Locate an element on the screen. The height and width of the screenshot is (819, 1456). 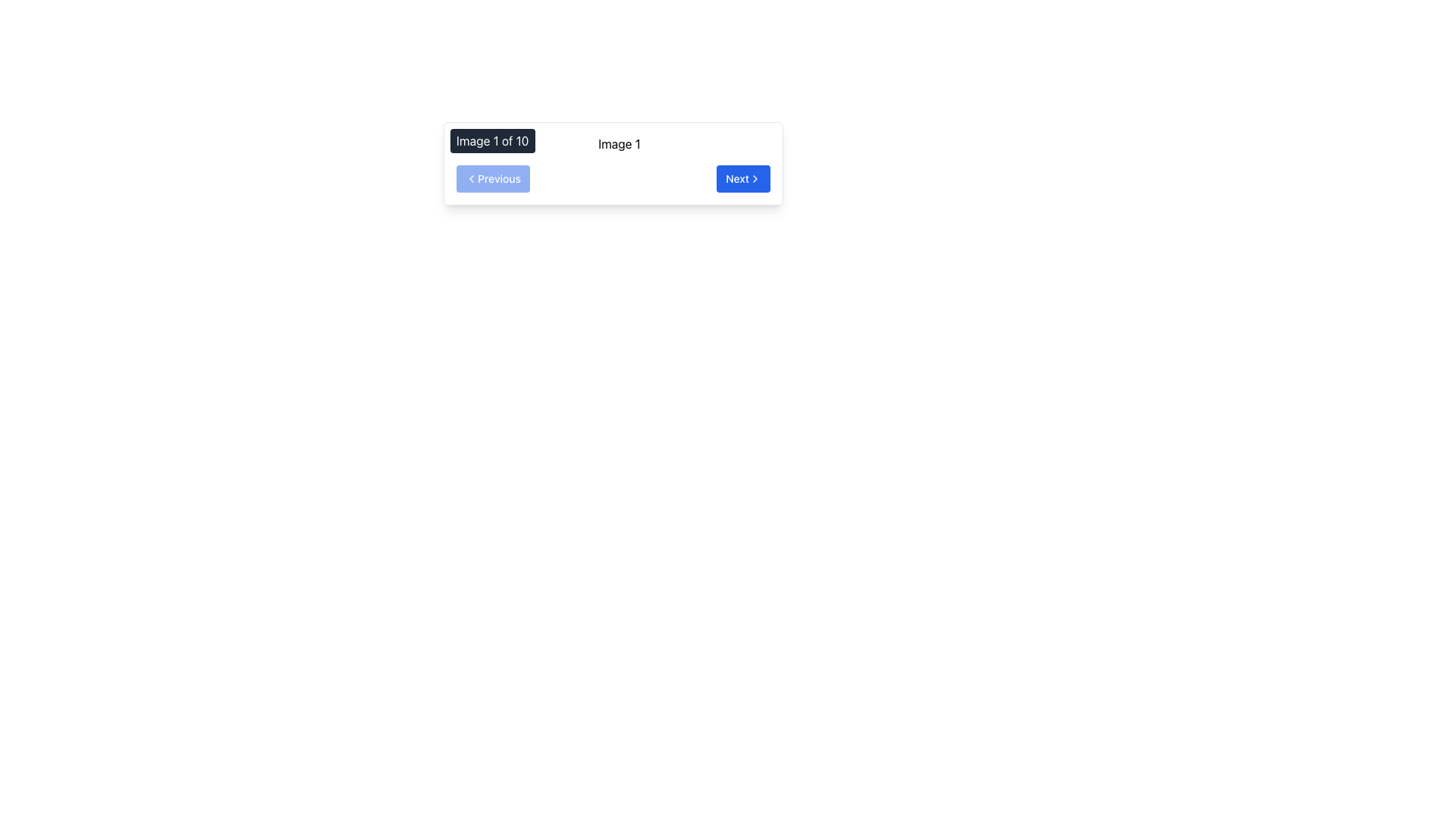
the blue 'Next' button with a forward arrow icon to proceed to the next page is located at coordinates (743, 177).